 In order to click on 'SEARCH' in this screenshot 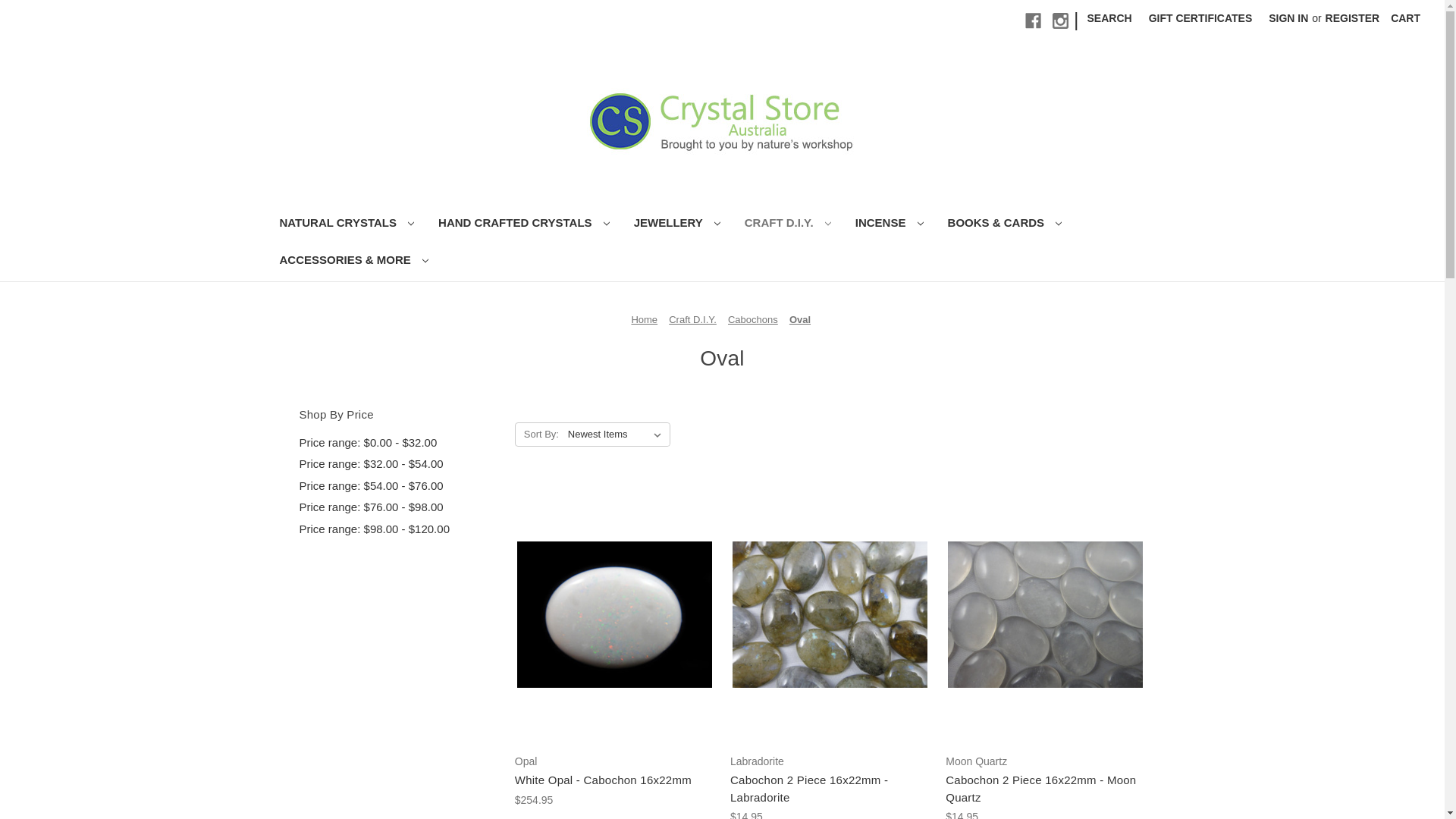, I will do `click(1109, 18)`.